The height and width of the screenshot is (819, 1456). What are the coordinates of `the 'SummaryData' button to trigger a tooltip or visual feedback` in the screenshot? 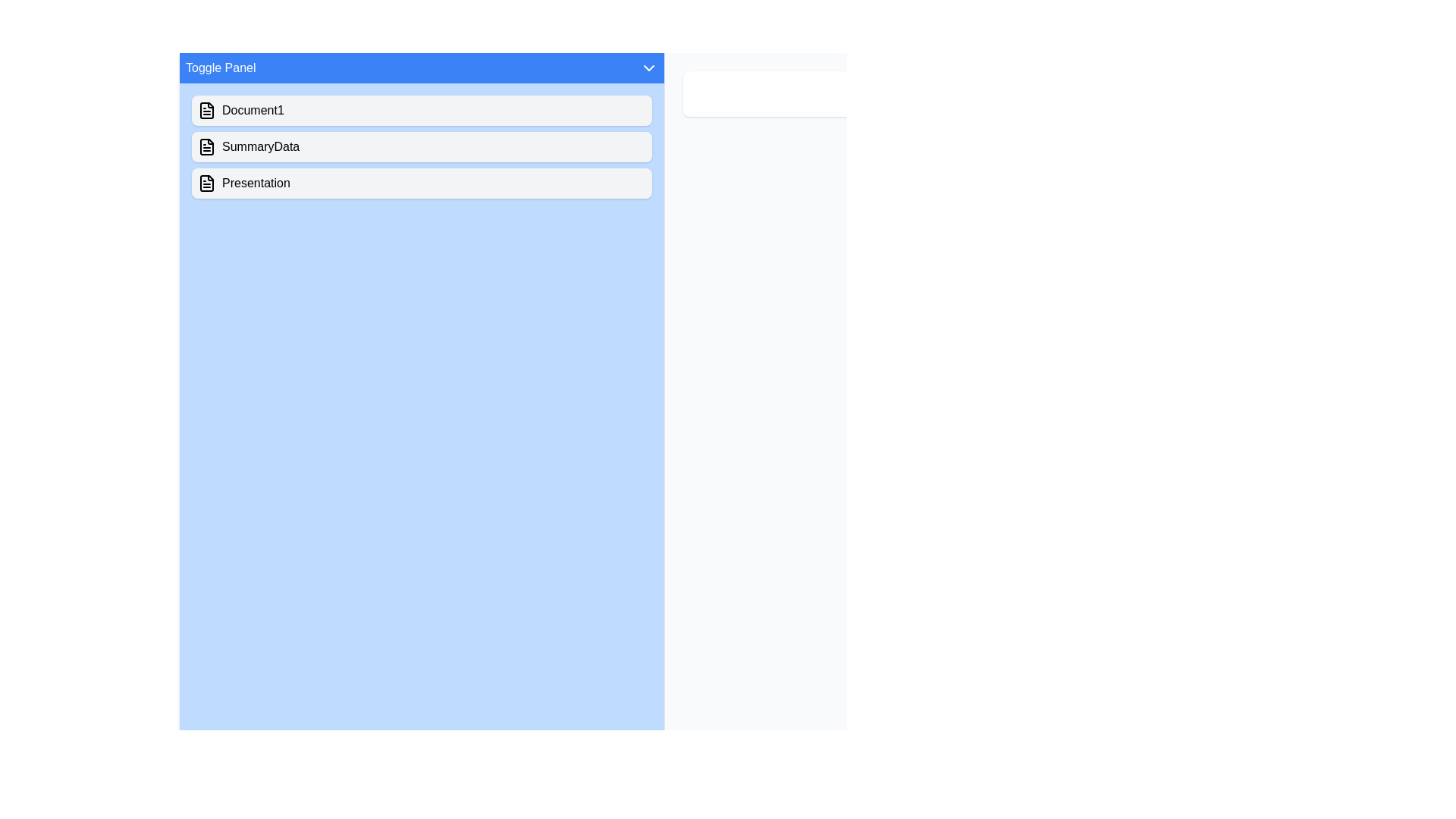 It's located at (261, 146).